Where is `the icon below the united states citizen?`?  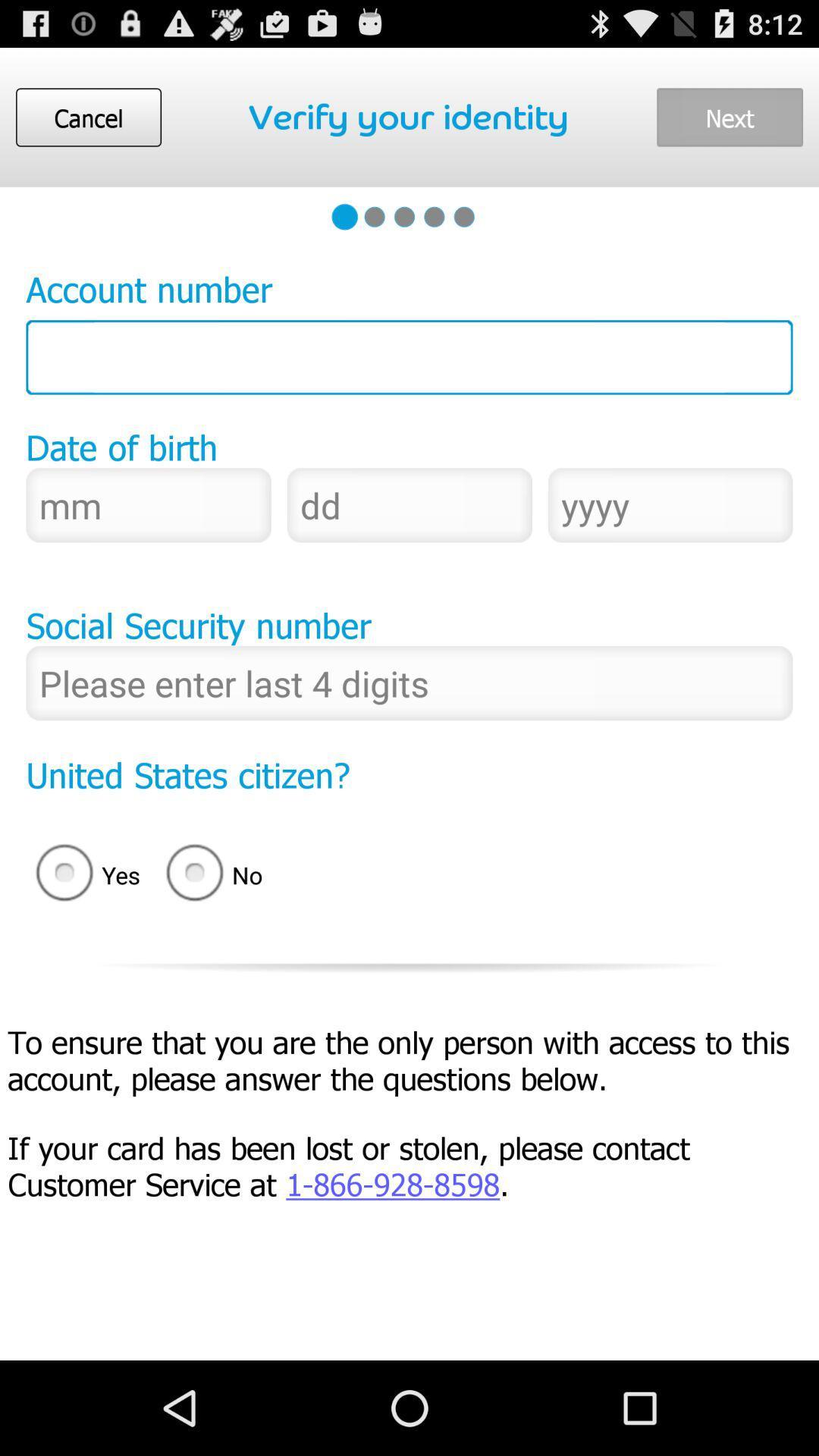
the icon below the united states citizen? is located at coordinates (219, 875).